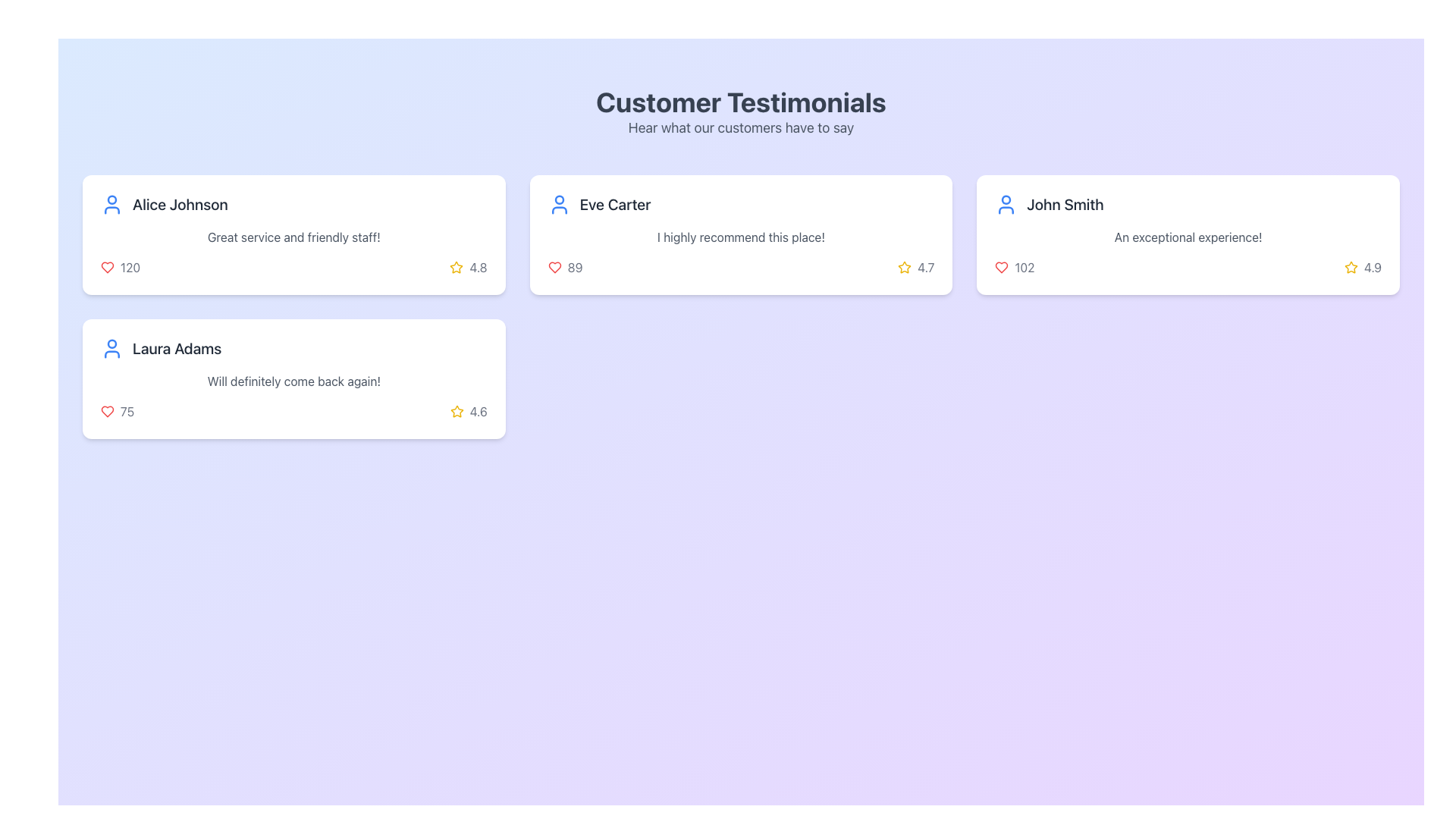  I want to click on the star-shaped icon with a golden yellow outline that indicates a rating, located in the bottom right corner of the testimonial card, preceding the text '4.9', so click(1351, 267).